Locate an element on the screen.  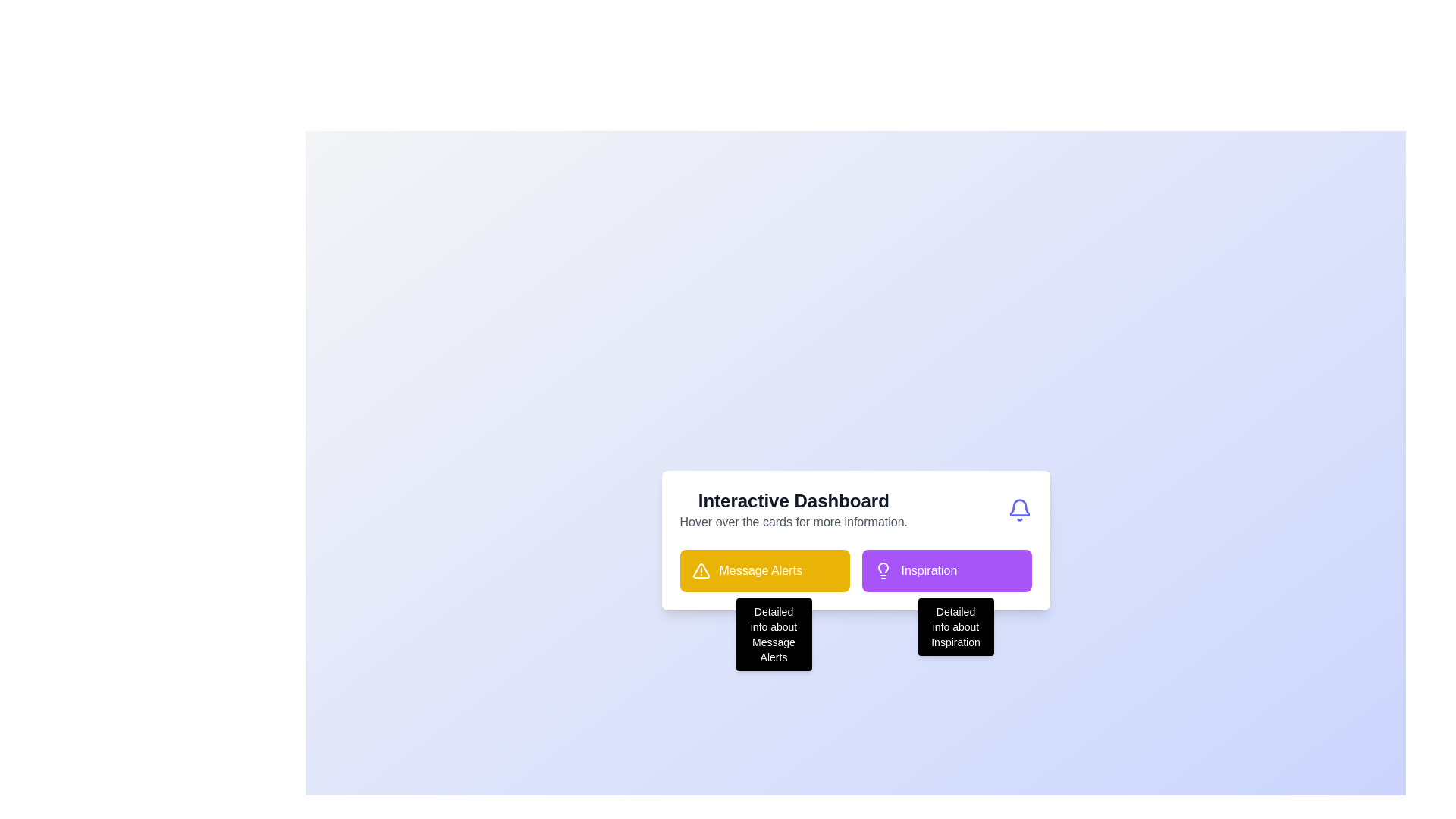
the lightbulb icon representing the 'Inspiration' section, which is located within the purple card labeled 'Inspiration' in the lower right segment of the interface is located at coordinates (883, 570).